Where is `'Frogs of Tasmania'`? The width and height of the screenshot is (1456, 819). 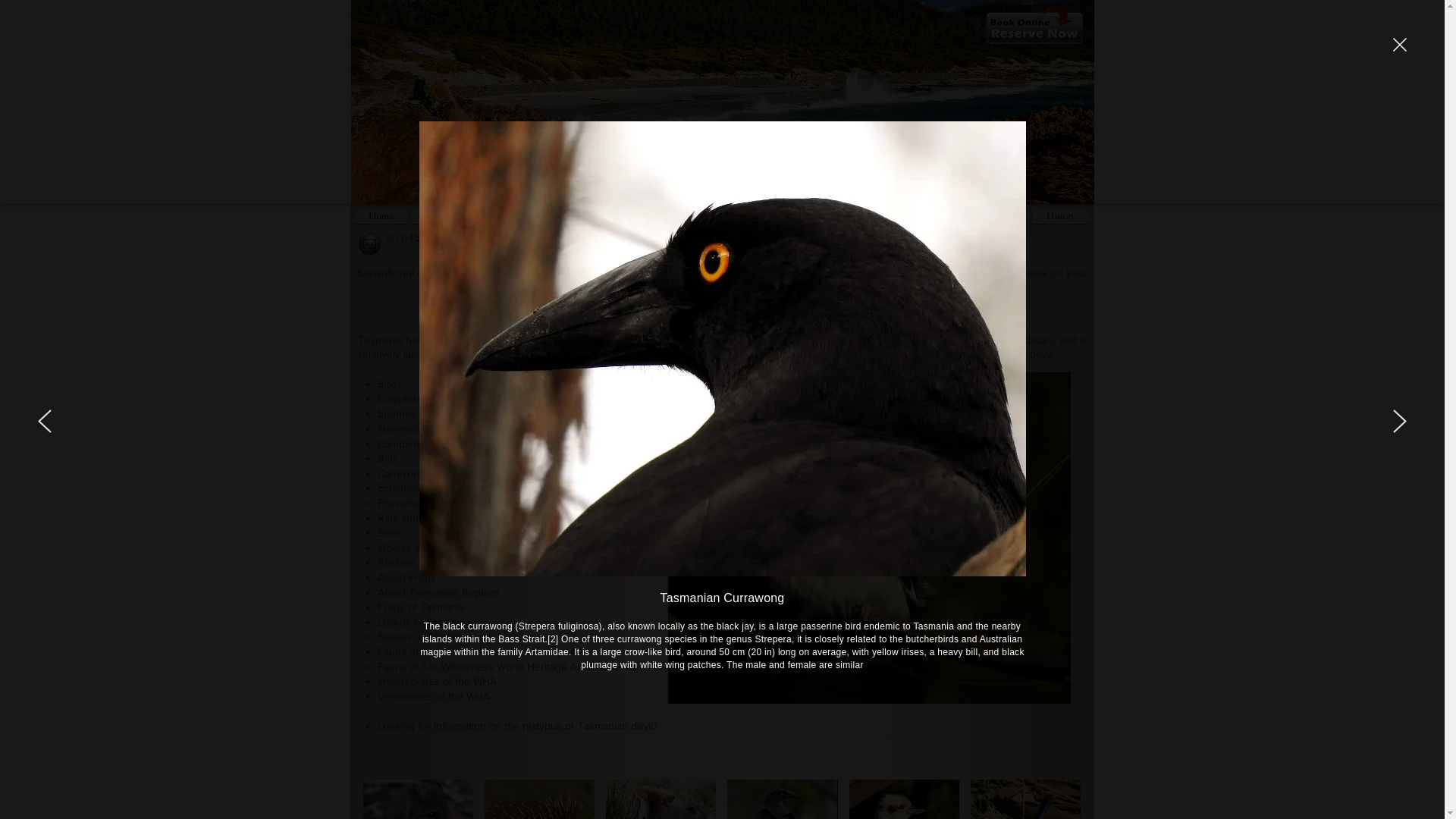 'Frogs of Tasmania' is located at coordinates (421, 605).